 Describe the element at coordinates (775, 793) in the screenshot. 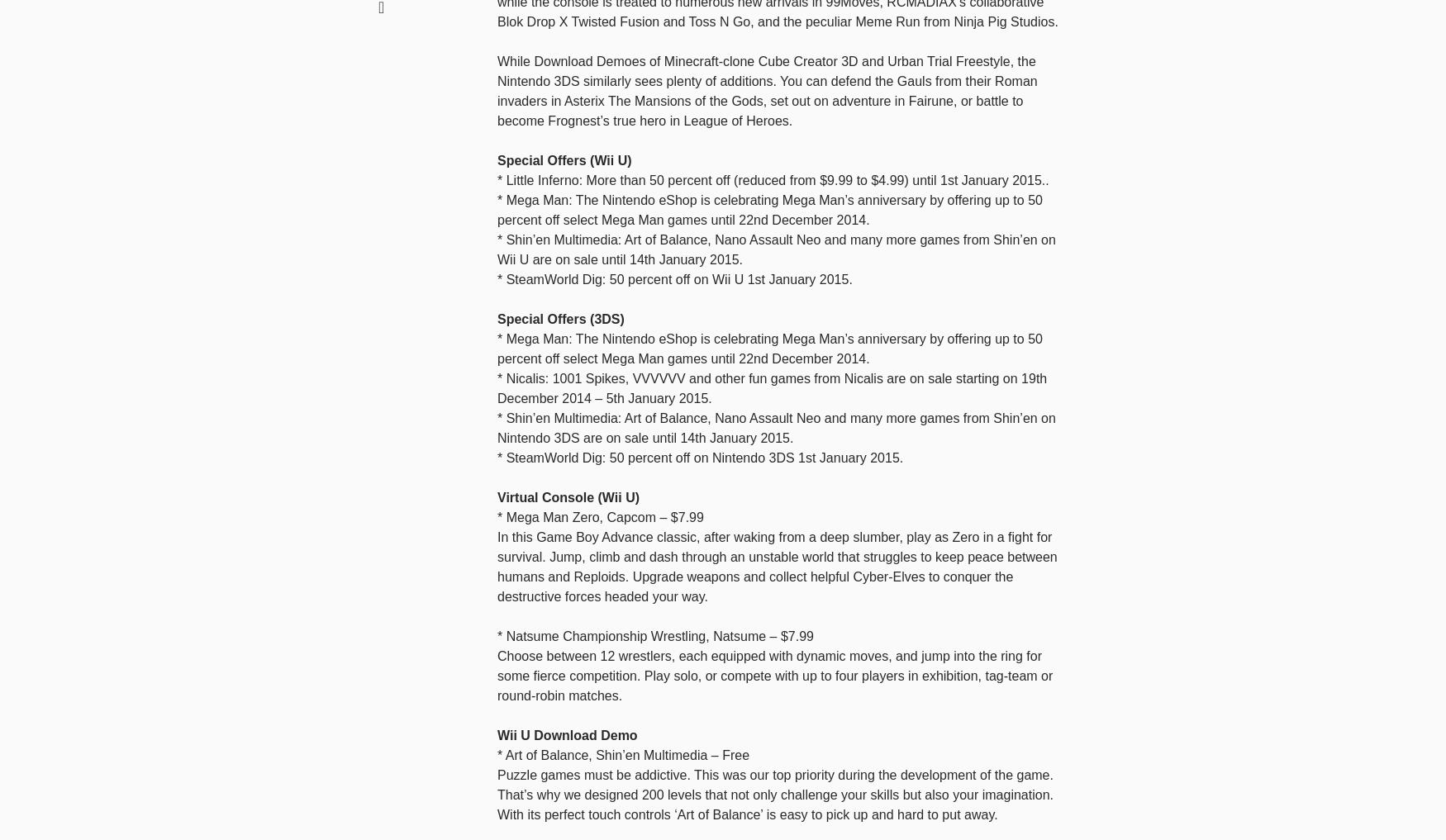

I see `'Puzzle games must be addictive. This was our top priority during the development of the game. That’s why we designed 200 levels that not only challenge your skills but also your imagination. With its perfect touch controls ‘Art of Balance’ is easy to pick up and hard to put away.'` at that location.